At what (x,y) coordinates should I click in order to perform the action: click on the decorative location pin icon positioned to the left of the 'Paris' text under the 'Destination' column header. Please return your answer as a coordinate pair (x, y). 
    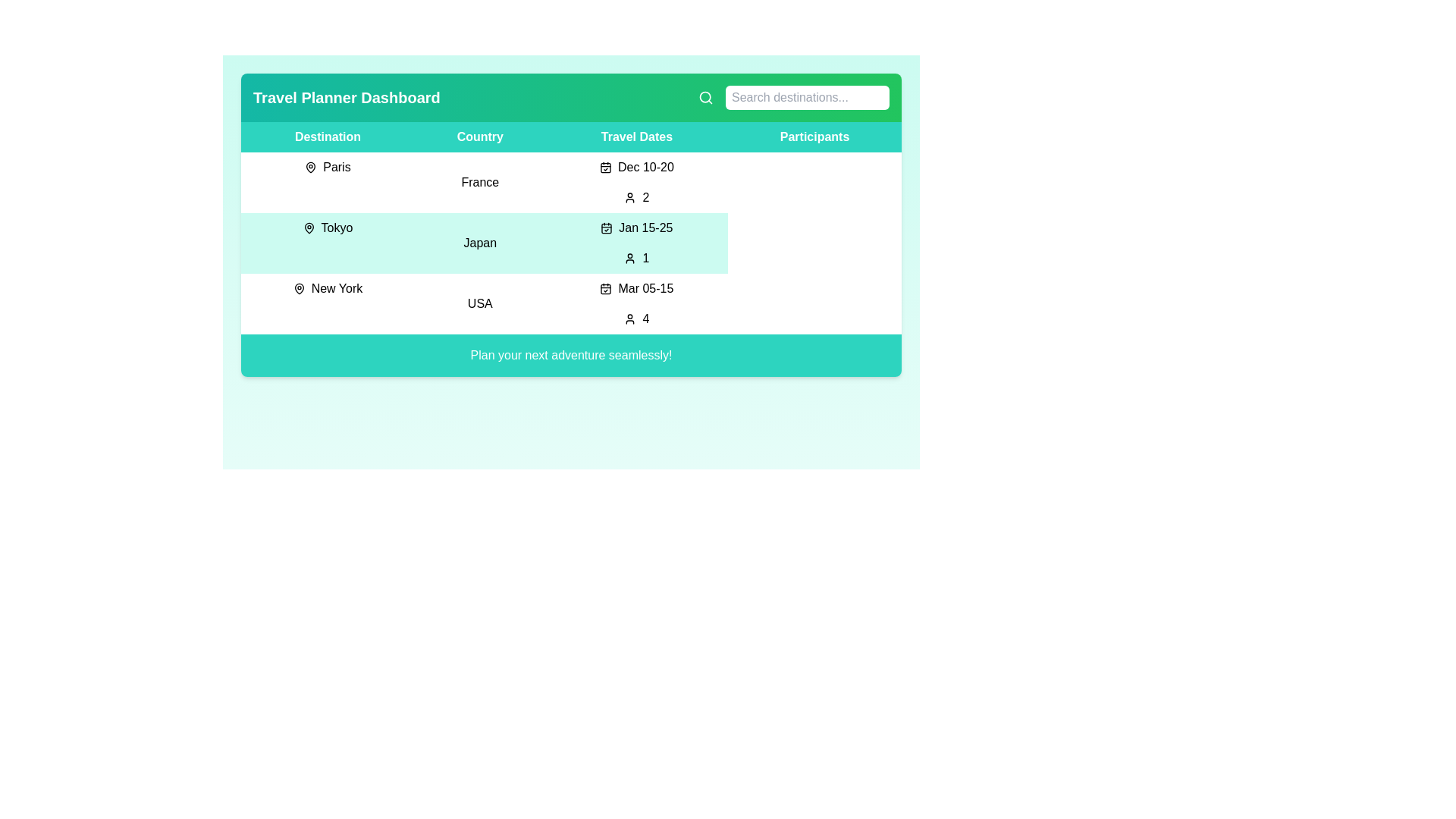
    Looking at the image, I should click on (310, 167).